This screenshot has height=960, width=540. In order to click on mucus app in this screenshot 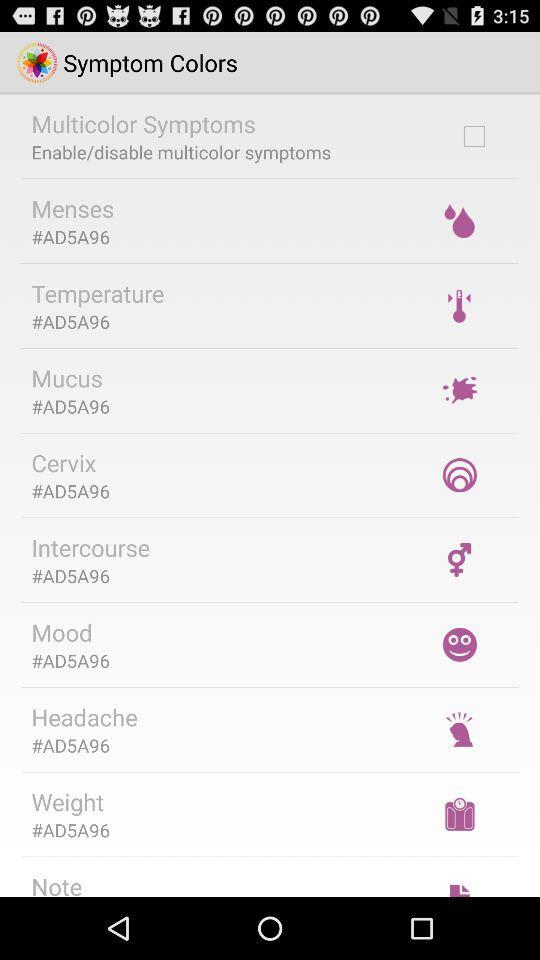, I will do `click(67, 377)`.